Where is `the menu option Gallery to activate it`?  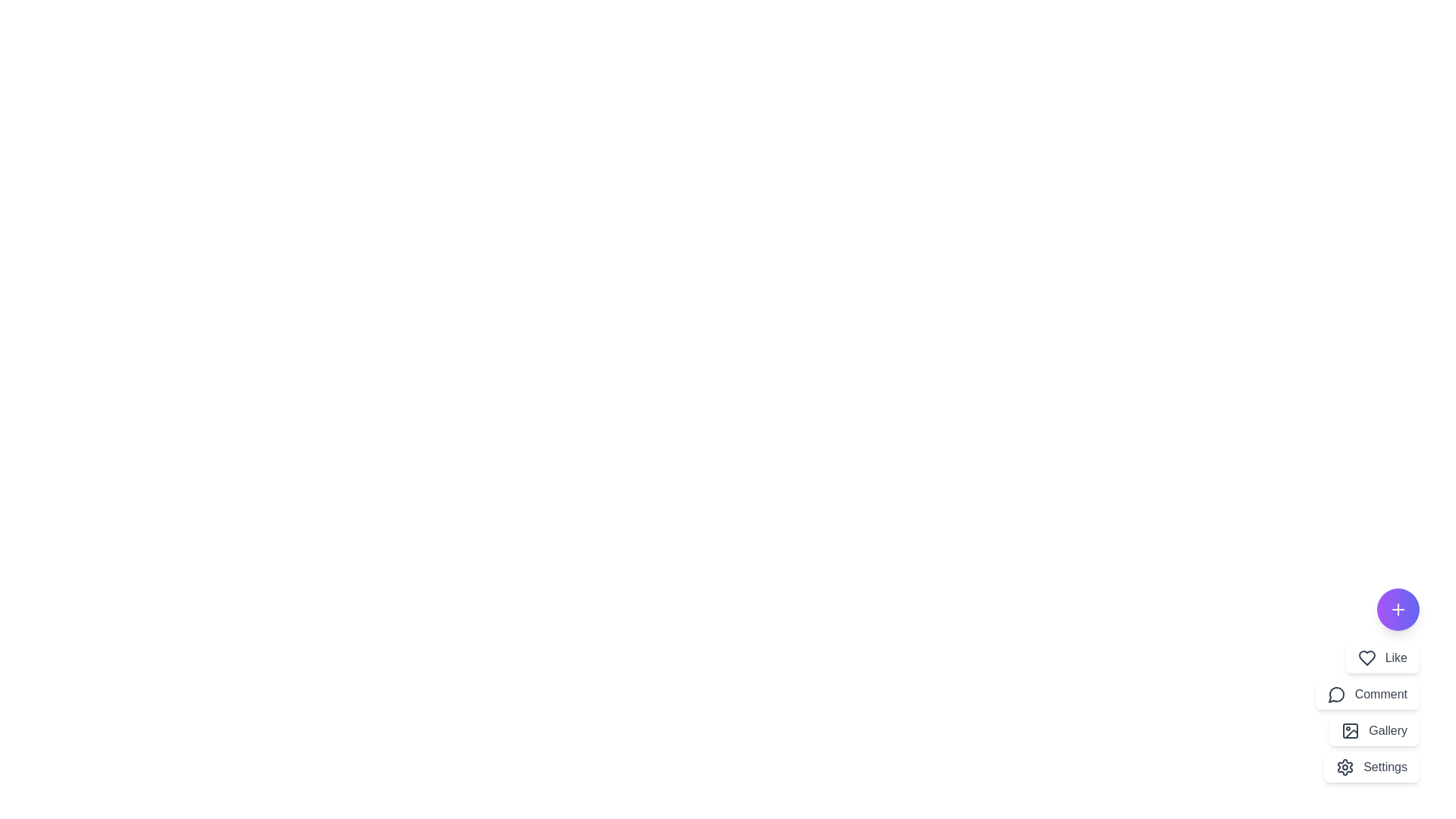 the menu option Gallery to activate it is located at coordinates (1375, 730).